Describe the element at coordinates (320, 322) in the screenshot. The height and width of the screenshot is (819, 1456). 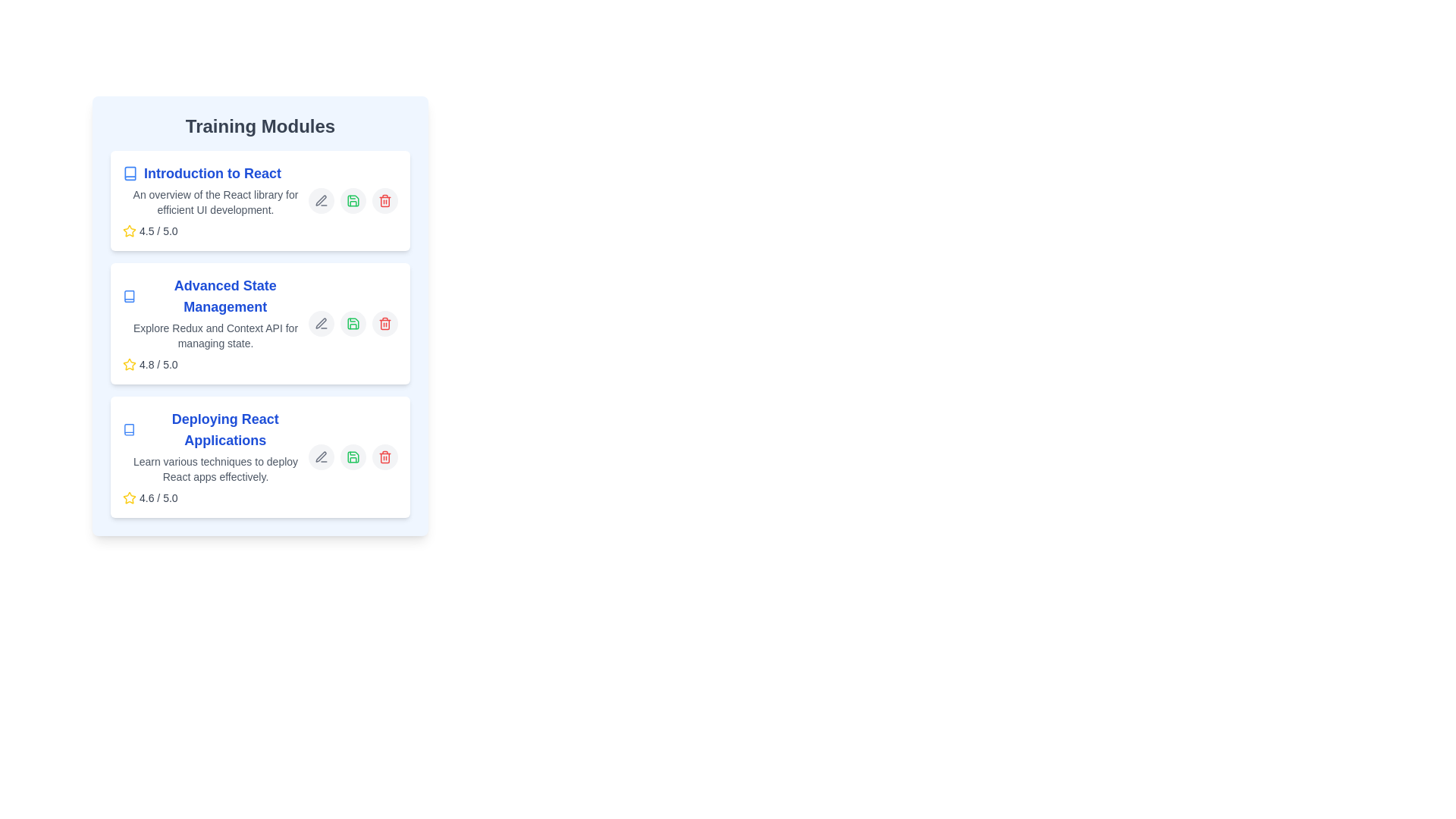
I see `the edit icon button, represented as a small SVG graphic of a stylized pen, located in the 'Advanced State Management' training module` at that location.